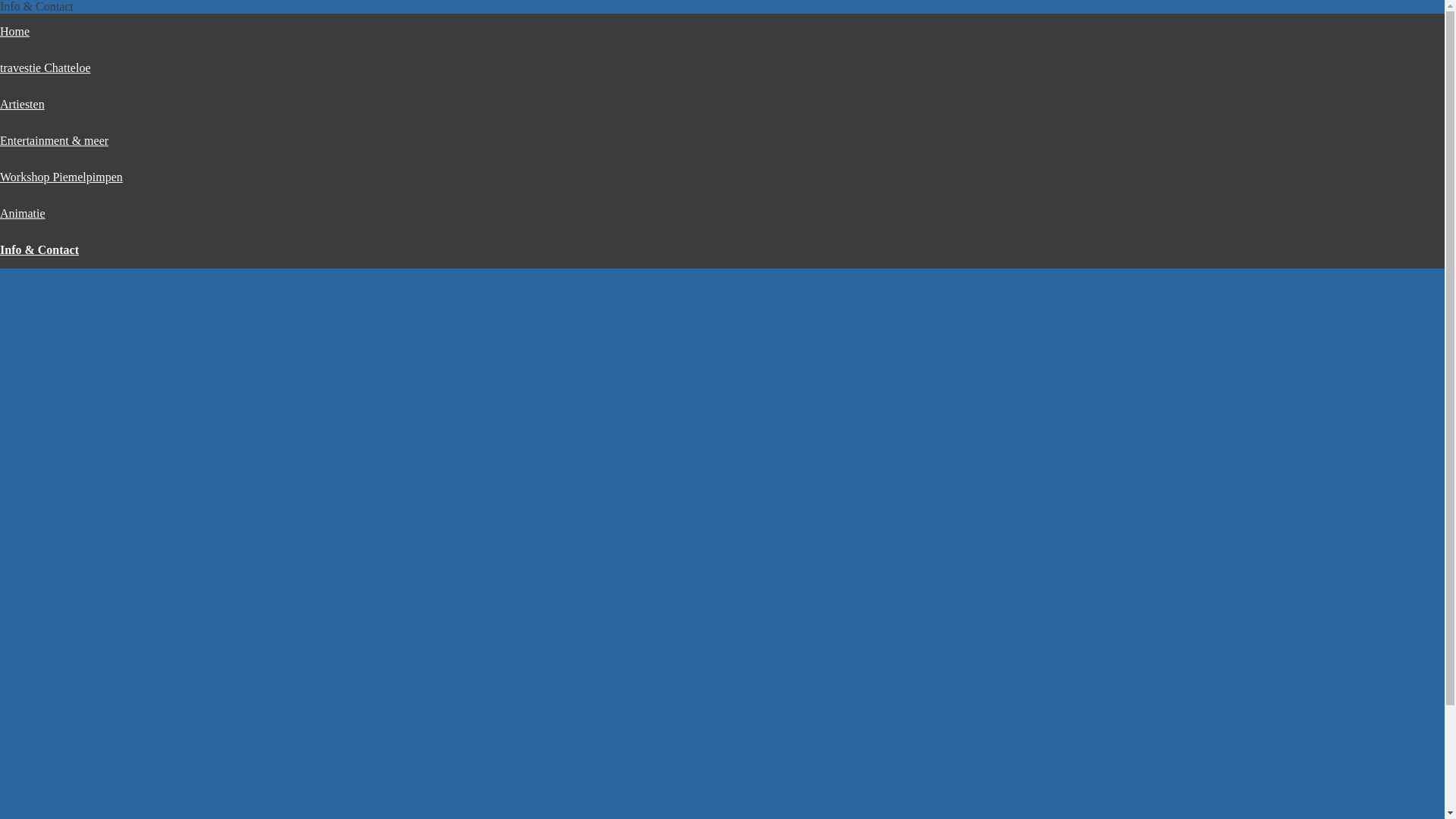 The image size is (1456, 819). What do you see at coordinates (577, 628) in the screenshot?
I see `'Verder'` at bounding box center [577, 628].